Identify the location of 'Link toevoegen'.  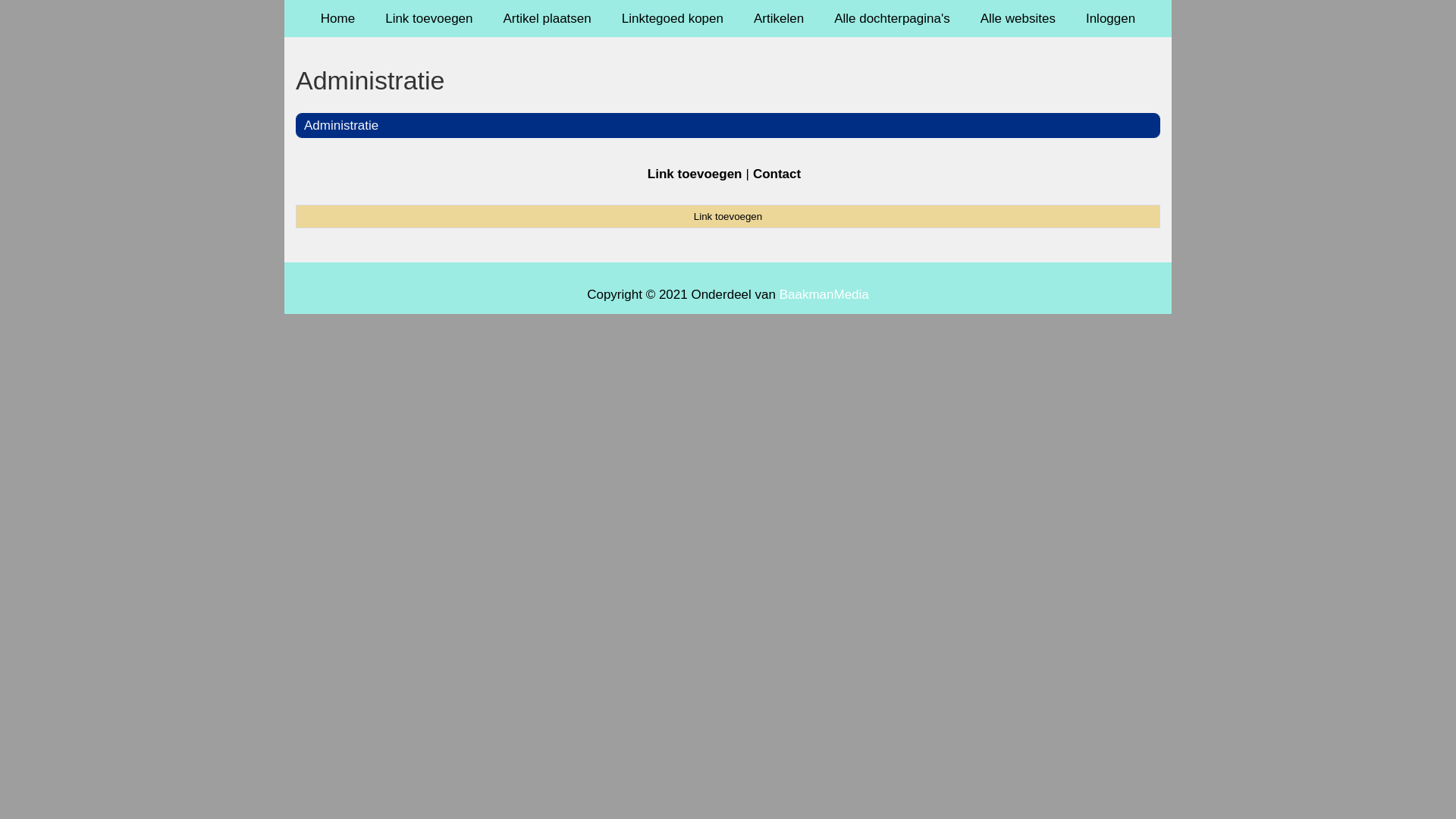
(728, 216).